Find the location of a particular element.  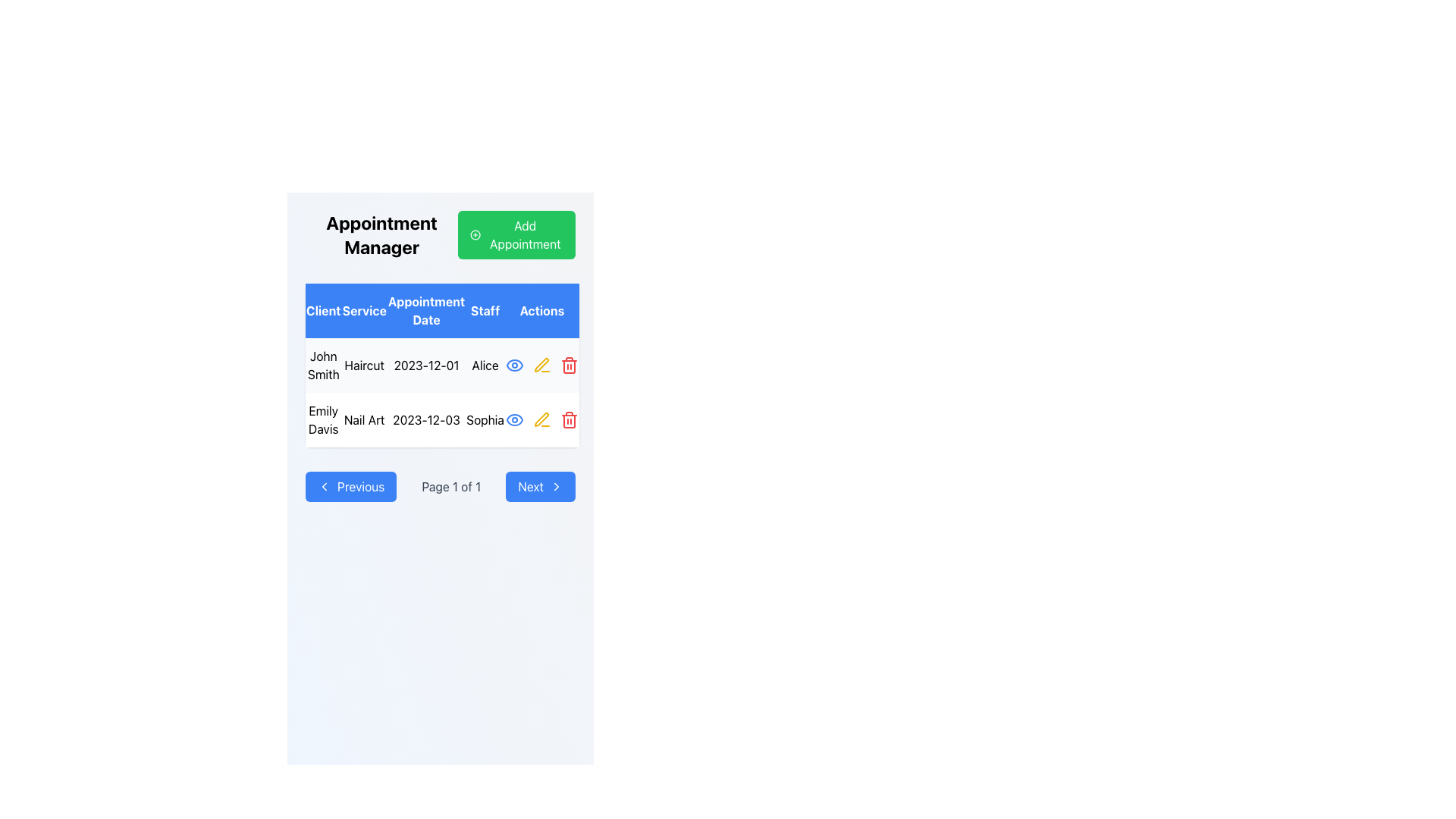

the button that allows users to add a new appointment to the schedule, located to the right of the 'Appointment Manager' text in the header area is located at coordinates (516, 234).